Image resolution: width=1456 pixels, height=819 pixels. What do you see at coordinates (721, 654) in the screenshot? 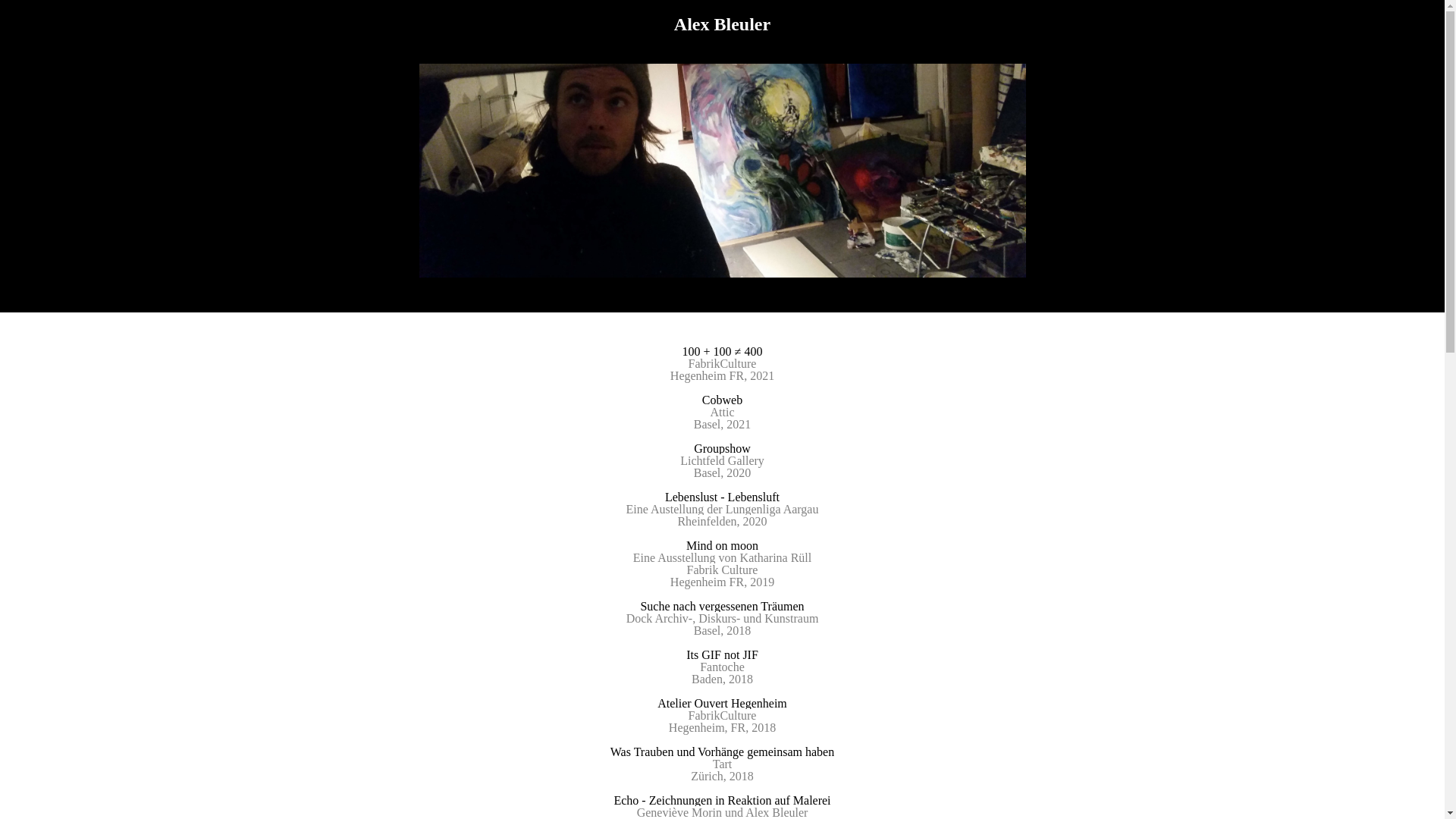
I see `'Its GIF not JIF'` at bounding box center [721, 654].